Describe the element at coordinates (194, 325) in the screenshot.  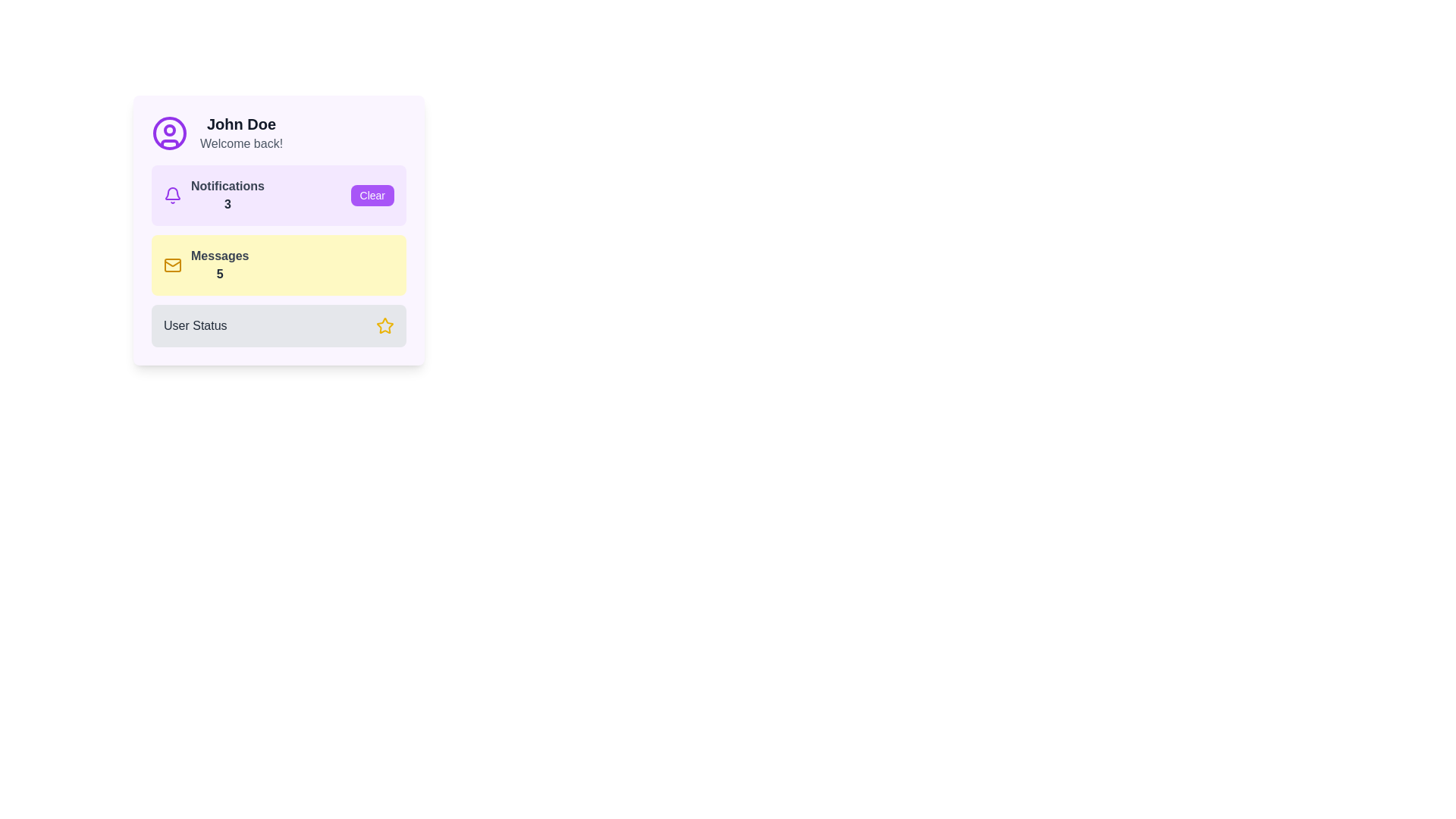
I see `the 'User Status' text label, which is styled in dark gray on a light gray background and located near the bottom of the card interface, to the left of a yellow star icon` at that location.